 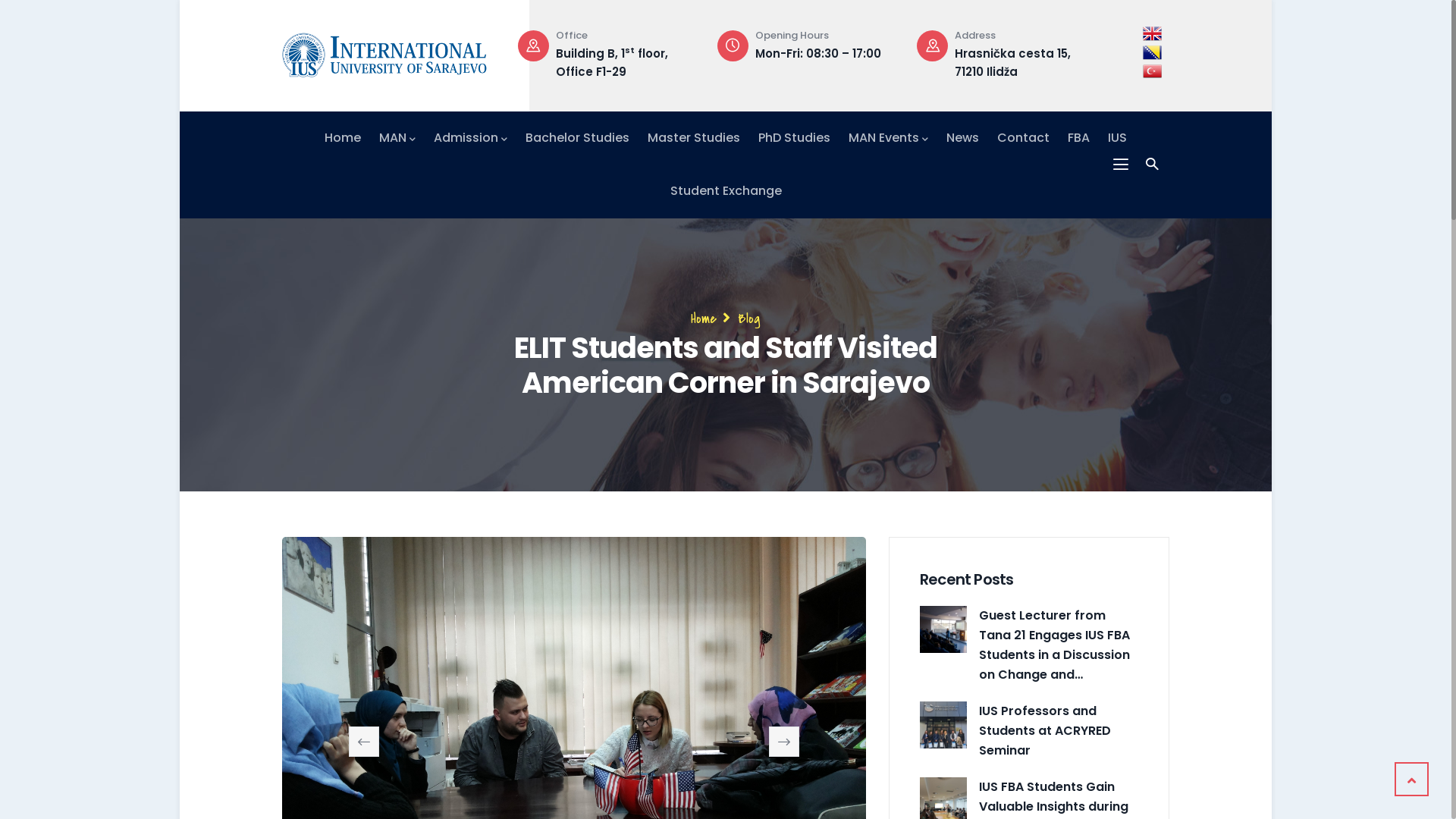 I want to click on 'FBA', so click(x=1078, y=137).